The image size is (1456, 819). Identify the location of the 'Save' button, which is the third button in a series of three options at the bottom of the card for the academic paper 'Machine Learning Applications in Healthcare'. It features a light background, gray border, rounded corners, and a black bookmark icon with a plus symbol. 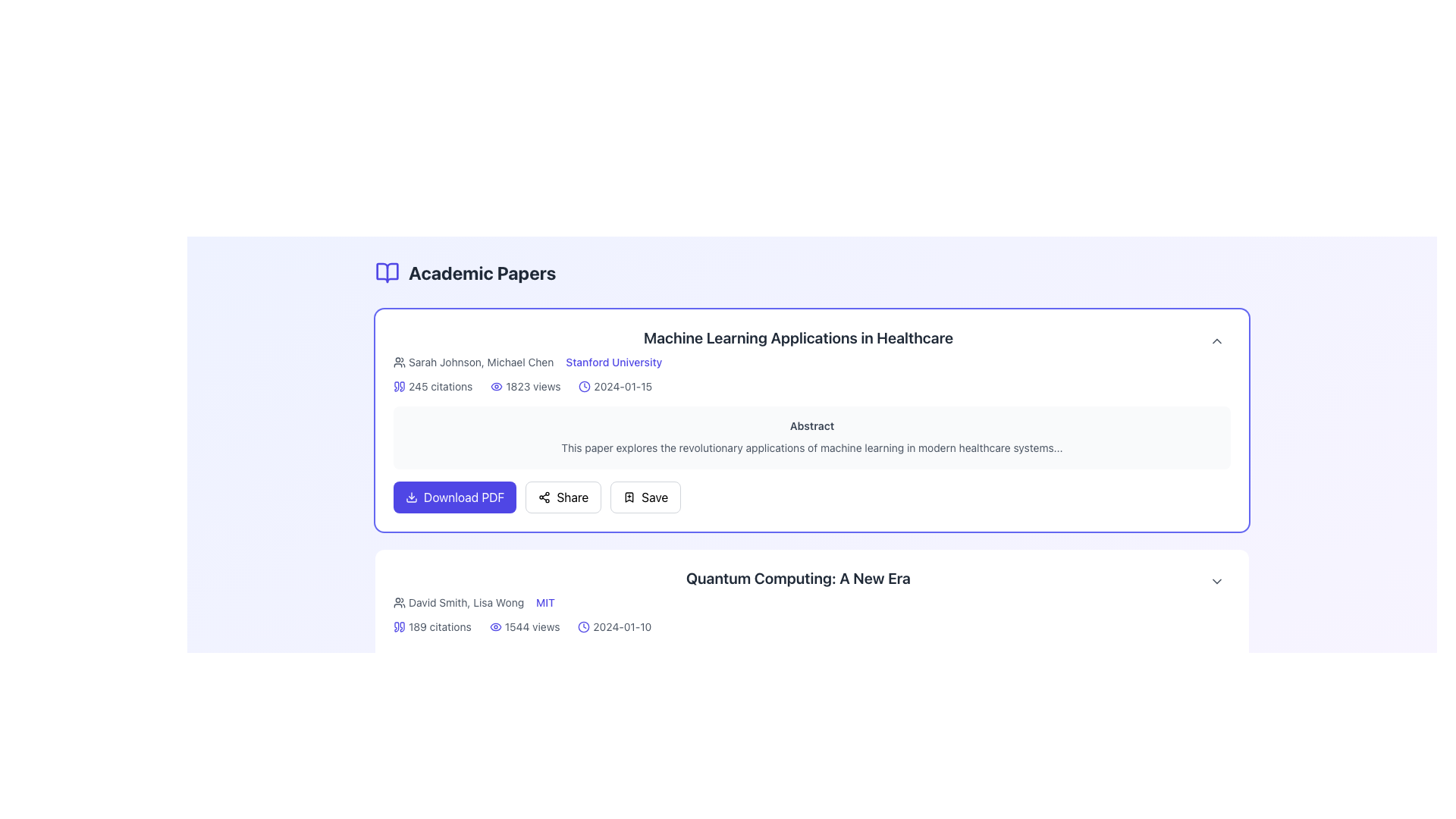
(645, 497).